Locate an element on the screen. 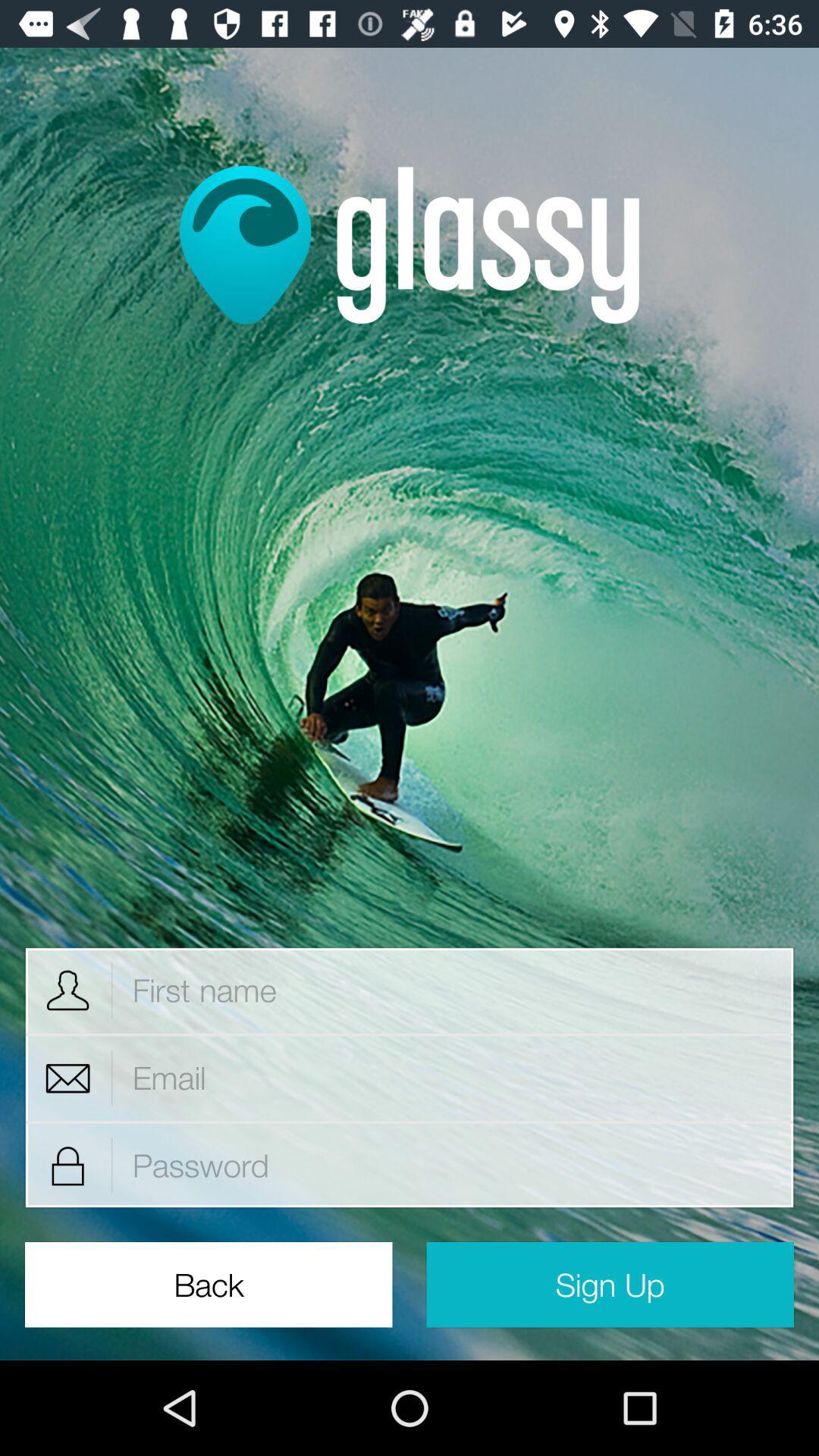 The height and width of the screenshot is (1456, 819). email address is located at coordinates (453, 1077).